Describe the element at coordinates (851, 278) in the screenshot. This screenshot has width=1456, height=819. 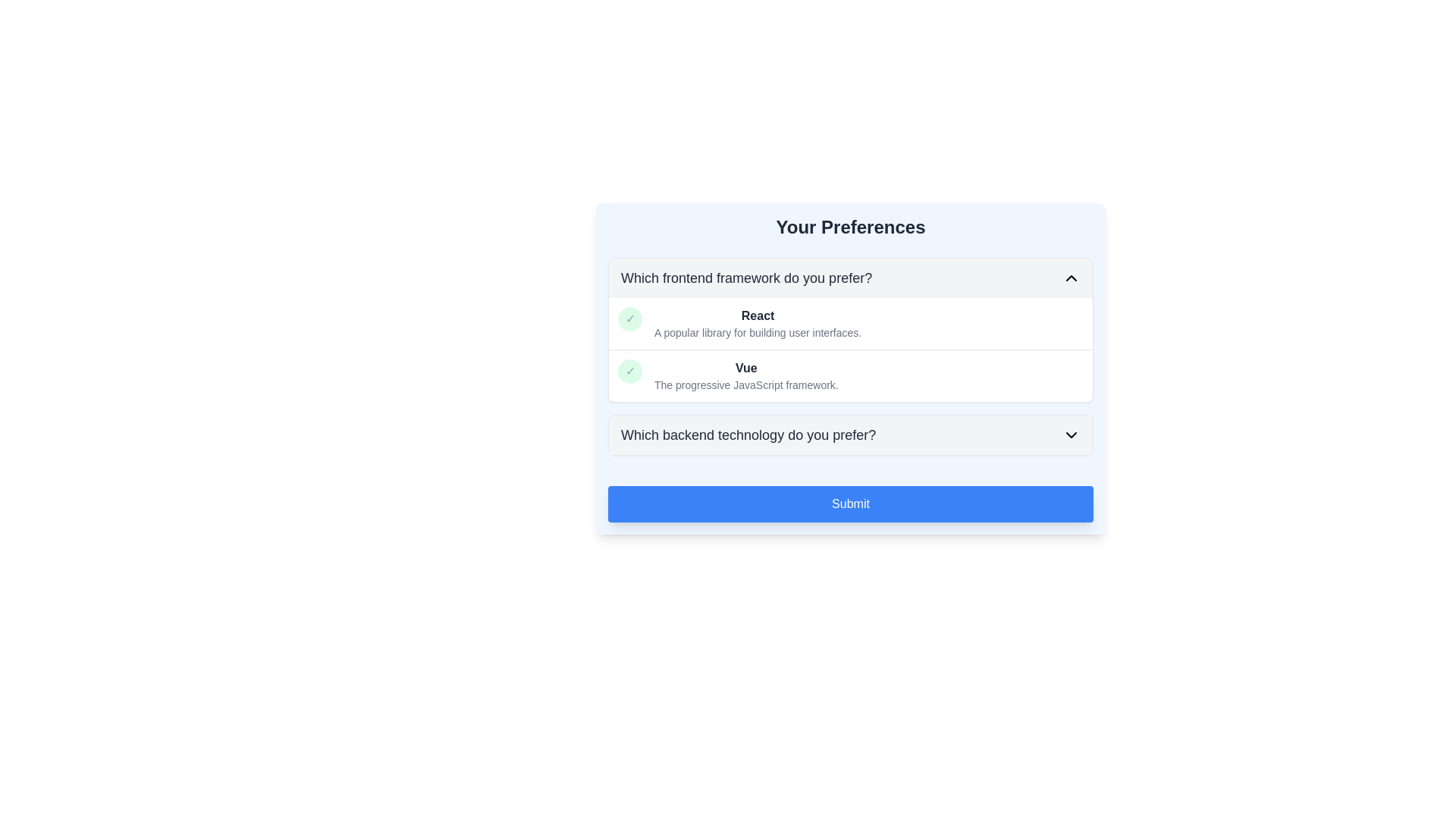
I see `the chevron icon of the Dropdown header indicating the expandable section for selecting a frontend framework` at that location.